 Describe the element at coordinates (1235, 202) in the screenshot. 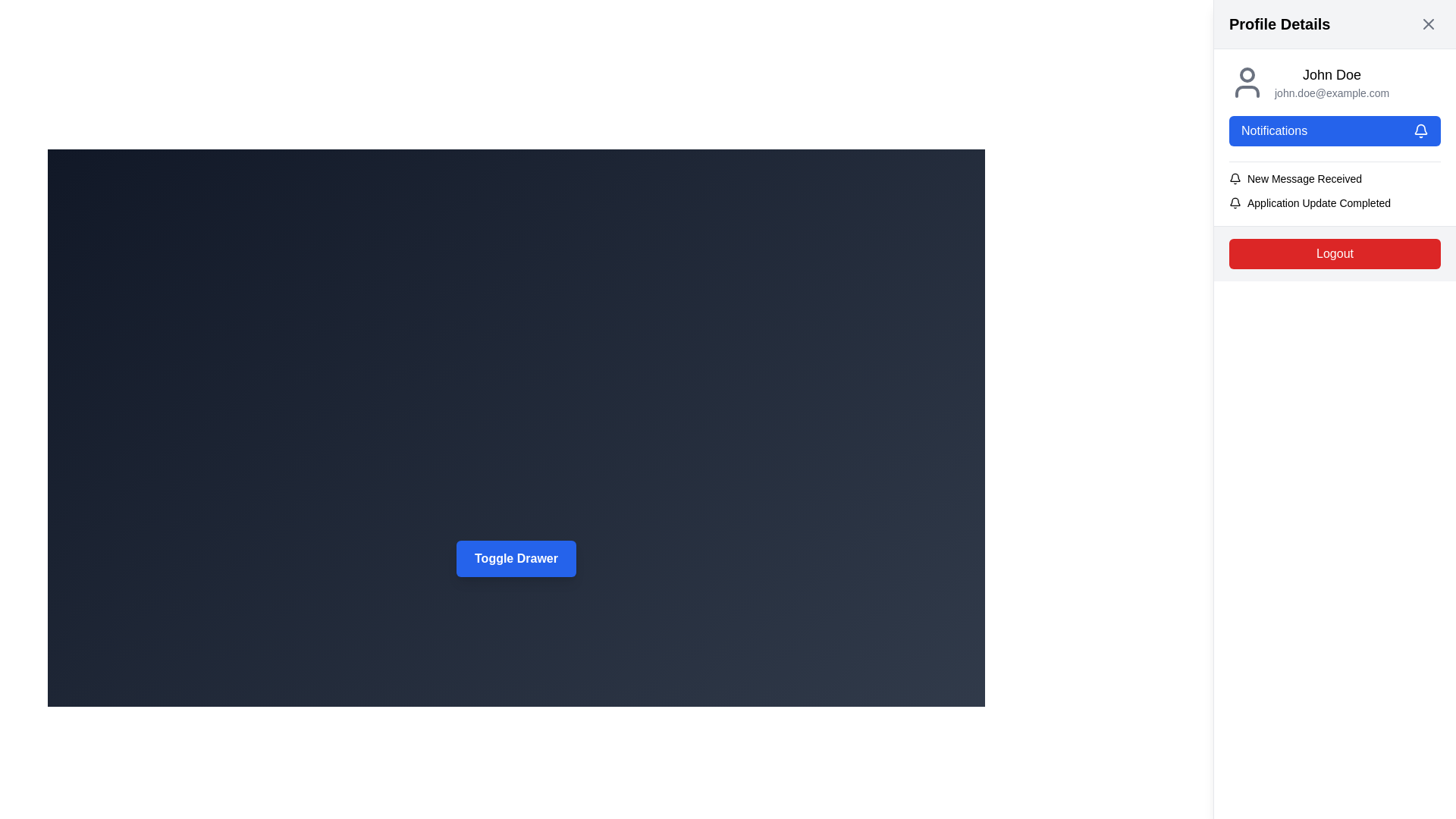

I see `the notification icon located on the right panel under the 'Notifications' section, preceding the text 'Application Update Completed'` at that location.